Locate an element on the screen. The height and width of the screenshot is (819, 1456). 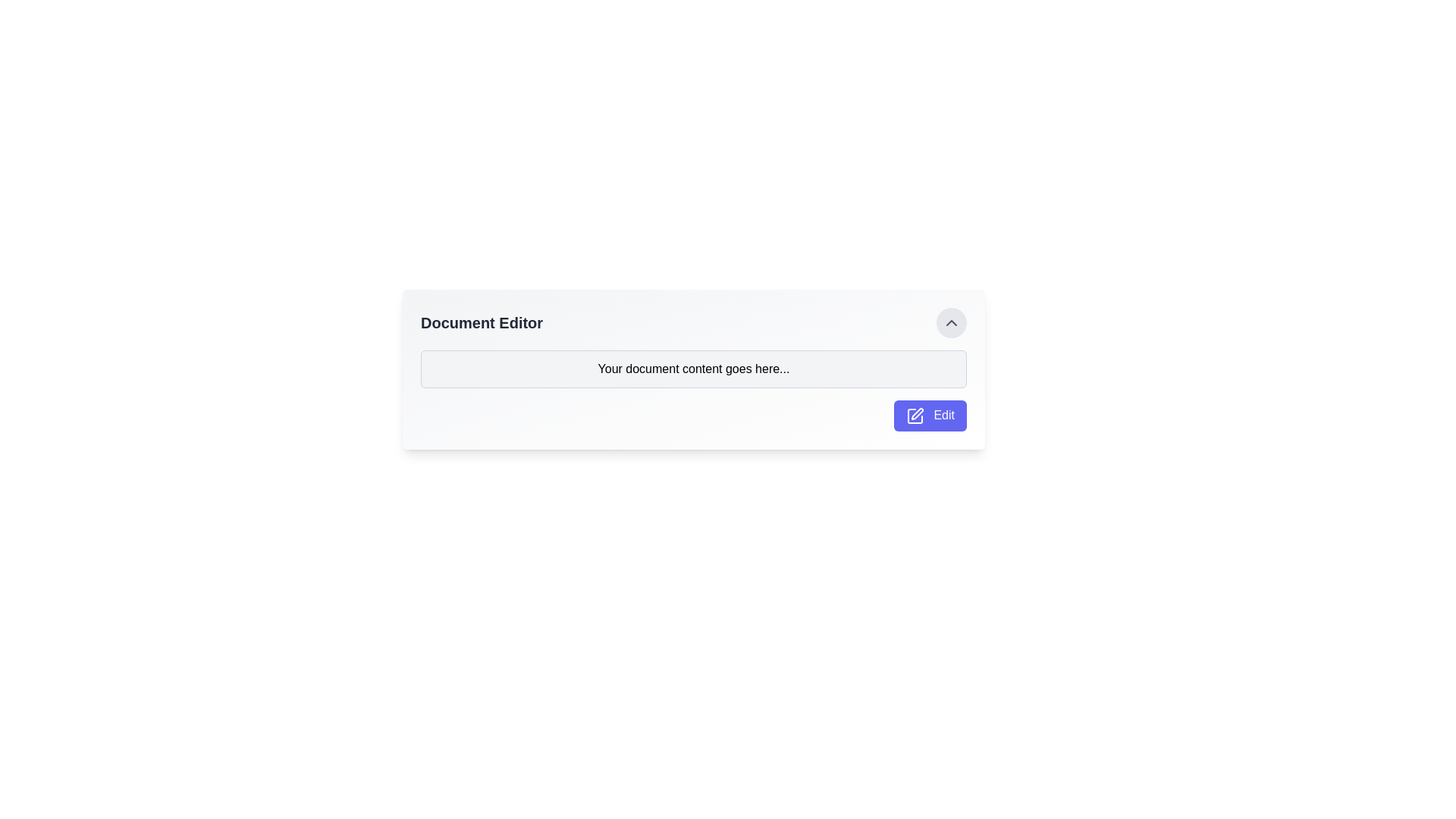
the chevron icon button located inside a circular button with a light gray background in the top-right corner of the document editor UI is located at coordinates (950, 322).